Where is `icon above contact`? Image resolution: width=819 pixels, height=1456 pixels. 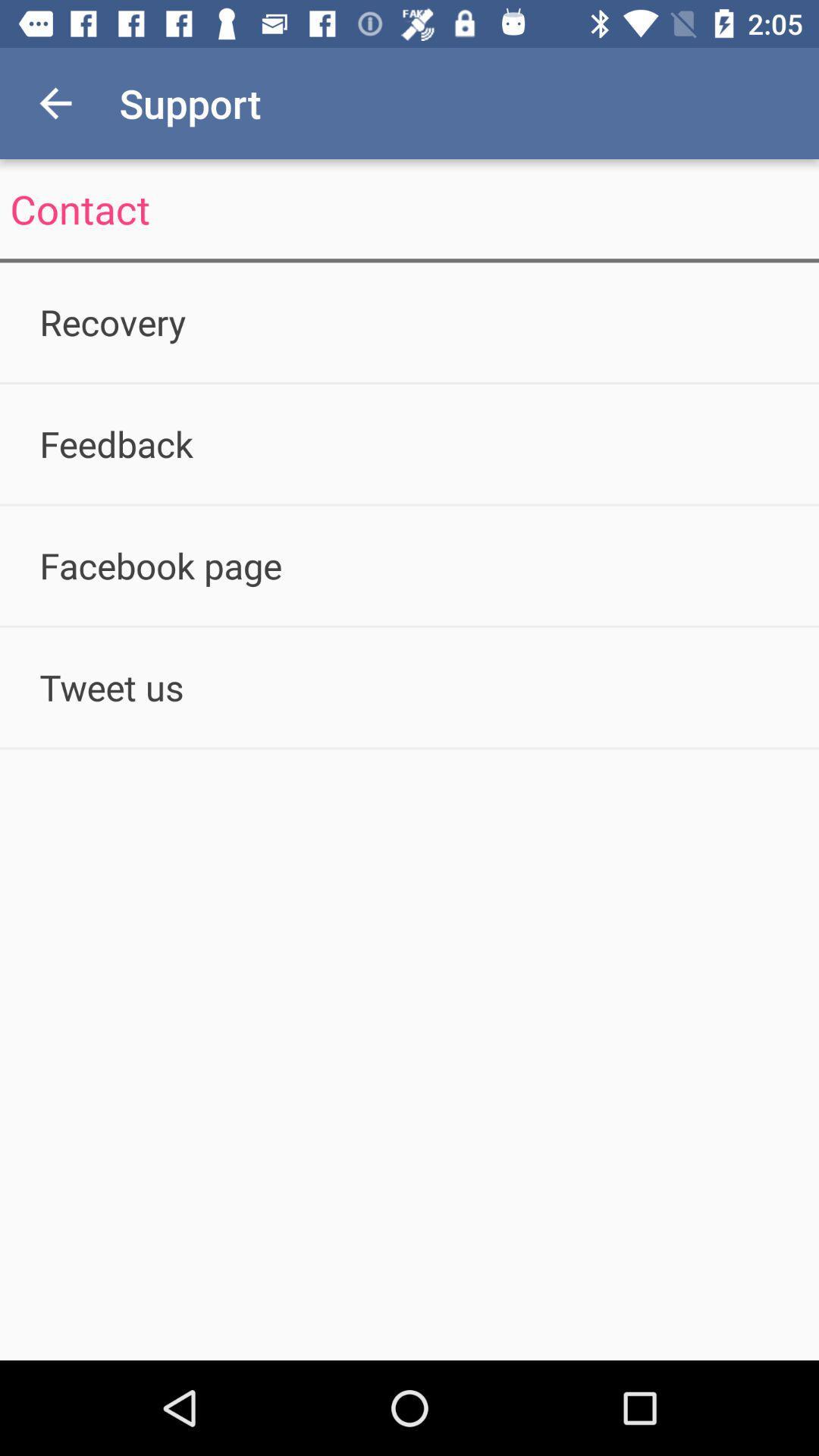
icon above contact is located at coordinates (55, 102).